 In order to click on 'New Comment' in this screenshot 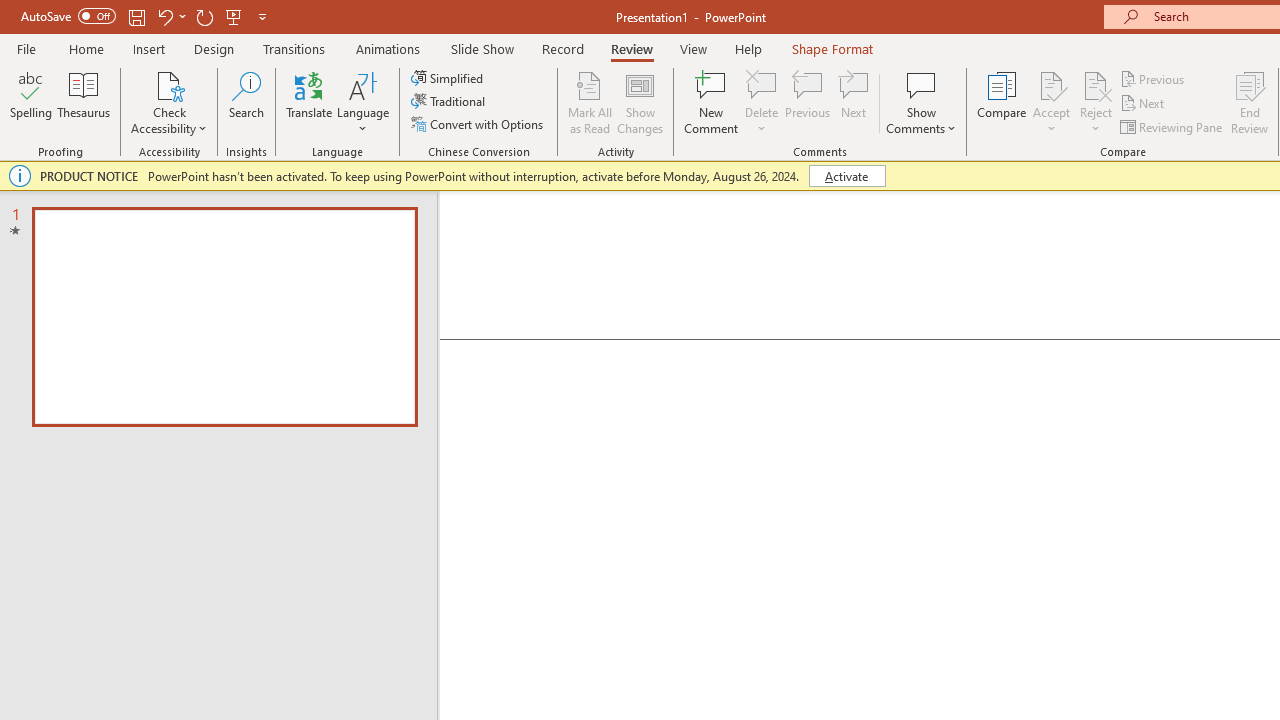, I will do `click(711, 103)`.